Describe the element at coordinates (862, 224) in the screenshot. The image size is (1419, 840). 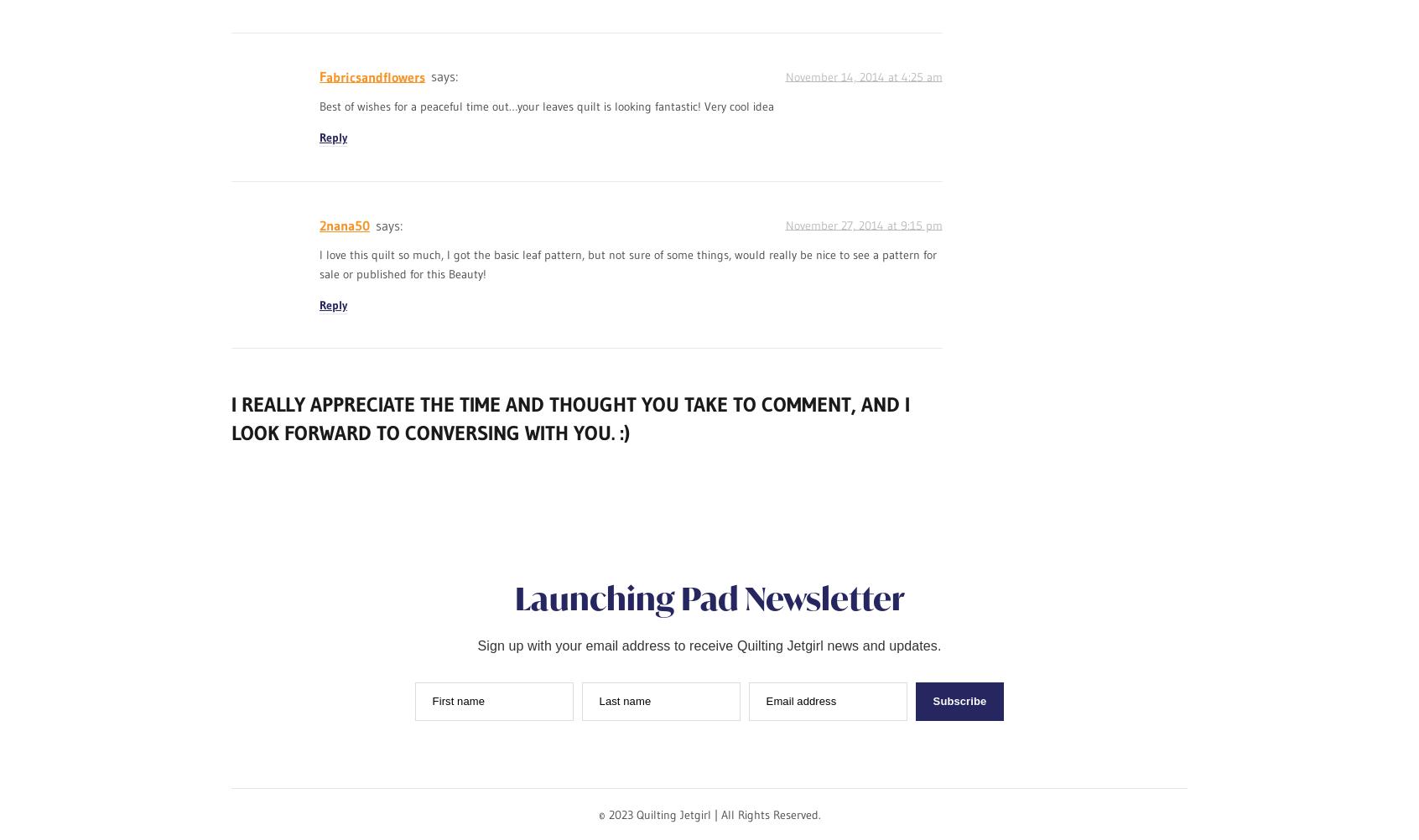
I see `'November 27, 2014 at 9:15 pm'` at that location.